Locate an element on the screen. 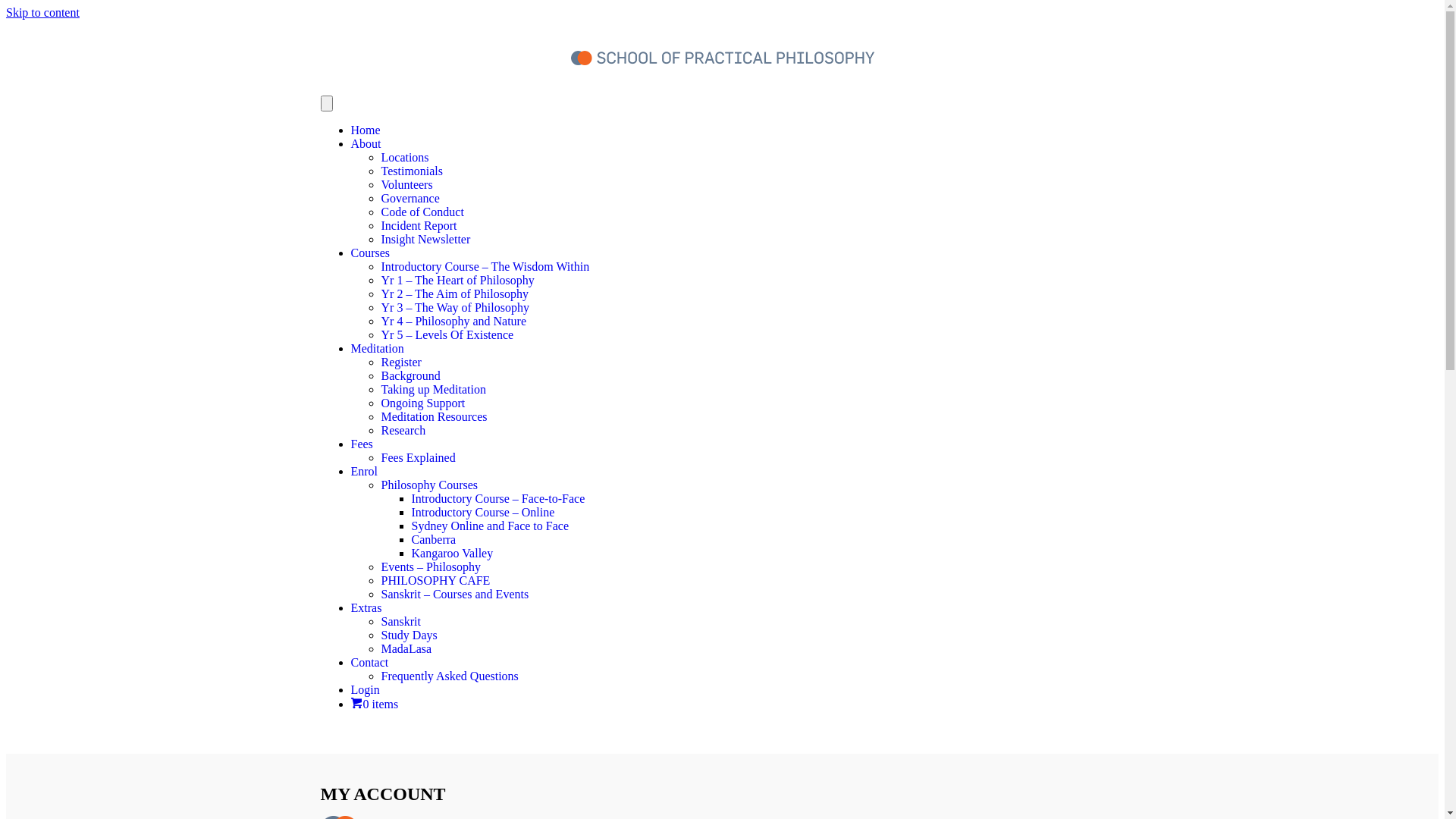  'Contact' is located at coordinates (369, 661).